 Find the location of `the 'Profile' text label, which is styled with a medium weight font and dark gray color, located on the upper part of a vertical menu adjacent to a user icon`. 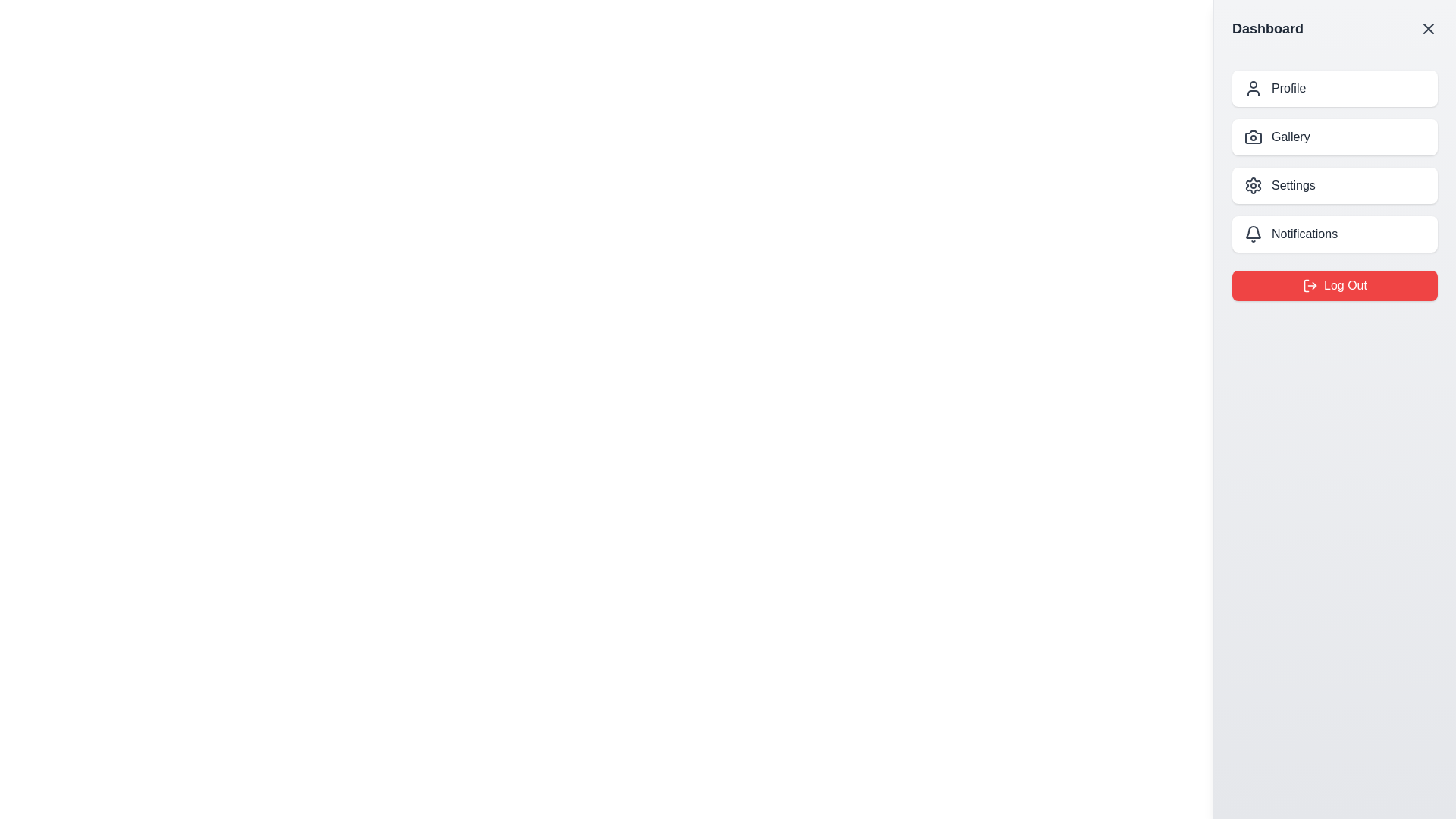

the 'Profile' text label, which is styled with a medium weight font and dark gray color, located on the upper part of a vertical menu adjacent to a user icon is located at coordinates (1288, 88).